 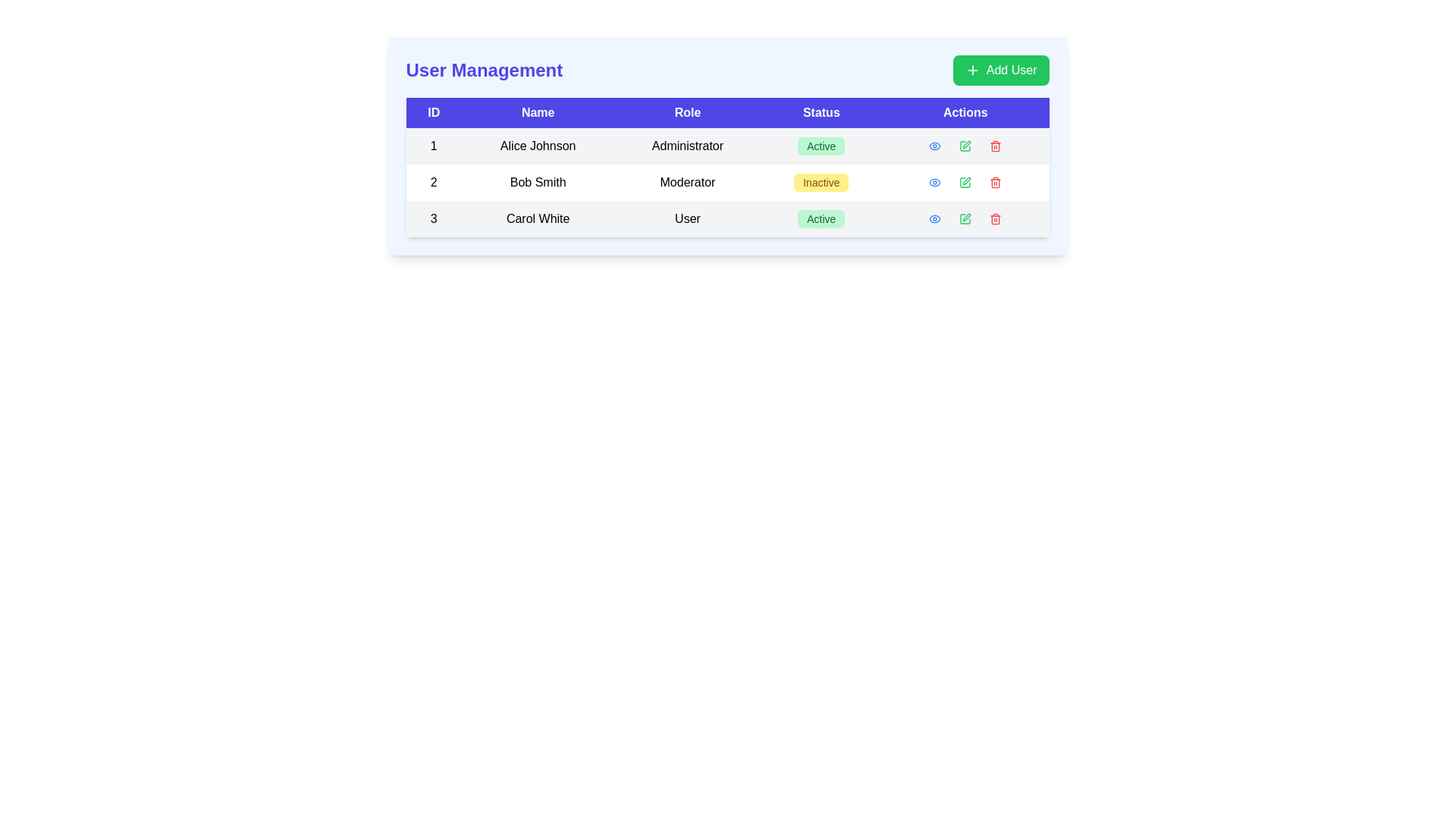 I want to click on the Text display in the second row of the table under the 'ID' column, which indicates the sequential number for the user entry 'Bob Smith', who is marked as 'Moderator' and 'Inactive', so click(x=433, y=181).